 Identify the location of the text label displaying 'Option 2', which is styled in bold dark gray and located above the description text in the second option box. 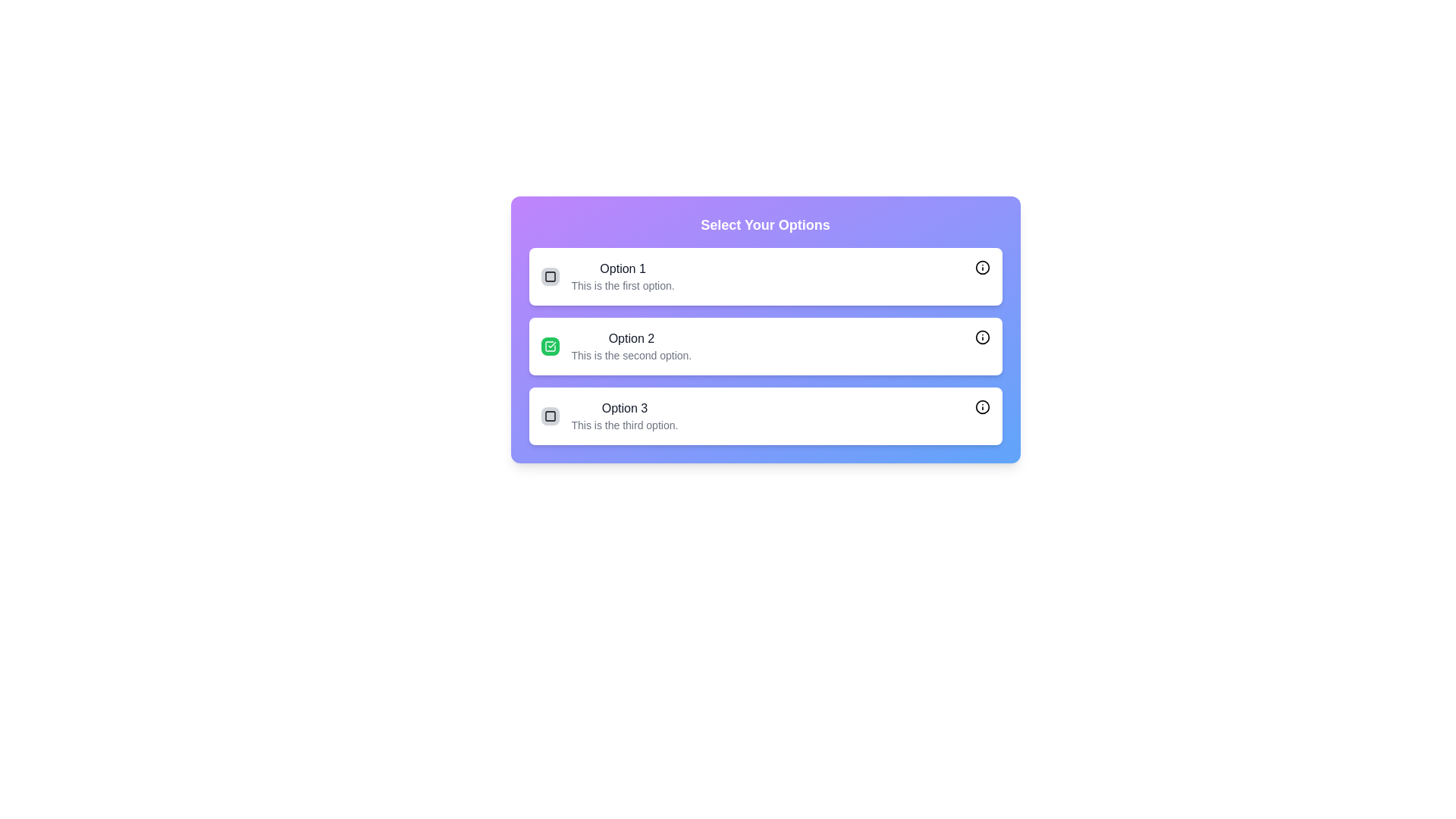
(631, 338).